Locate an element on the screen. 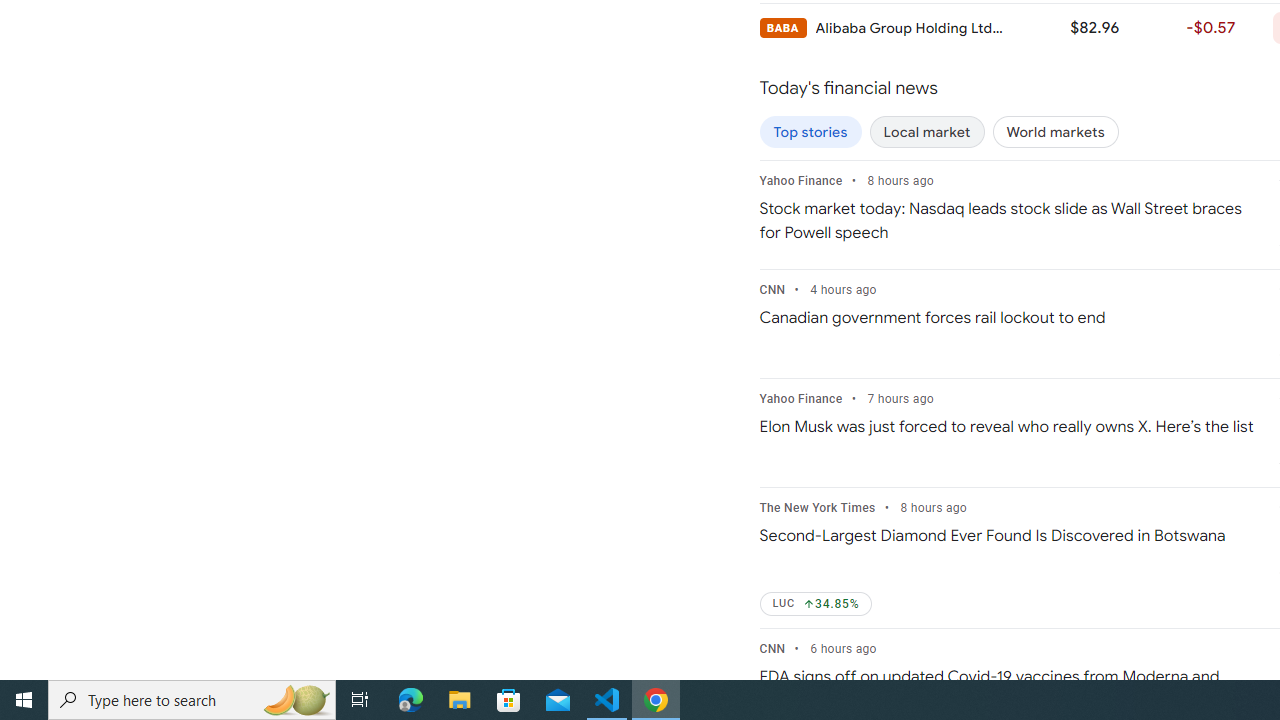 This screenshot has width=1280, height=720. 'World markets' is located at coordinates (1054, 132).